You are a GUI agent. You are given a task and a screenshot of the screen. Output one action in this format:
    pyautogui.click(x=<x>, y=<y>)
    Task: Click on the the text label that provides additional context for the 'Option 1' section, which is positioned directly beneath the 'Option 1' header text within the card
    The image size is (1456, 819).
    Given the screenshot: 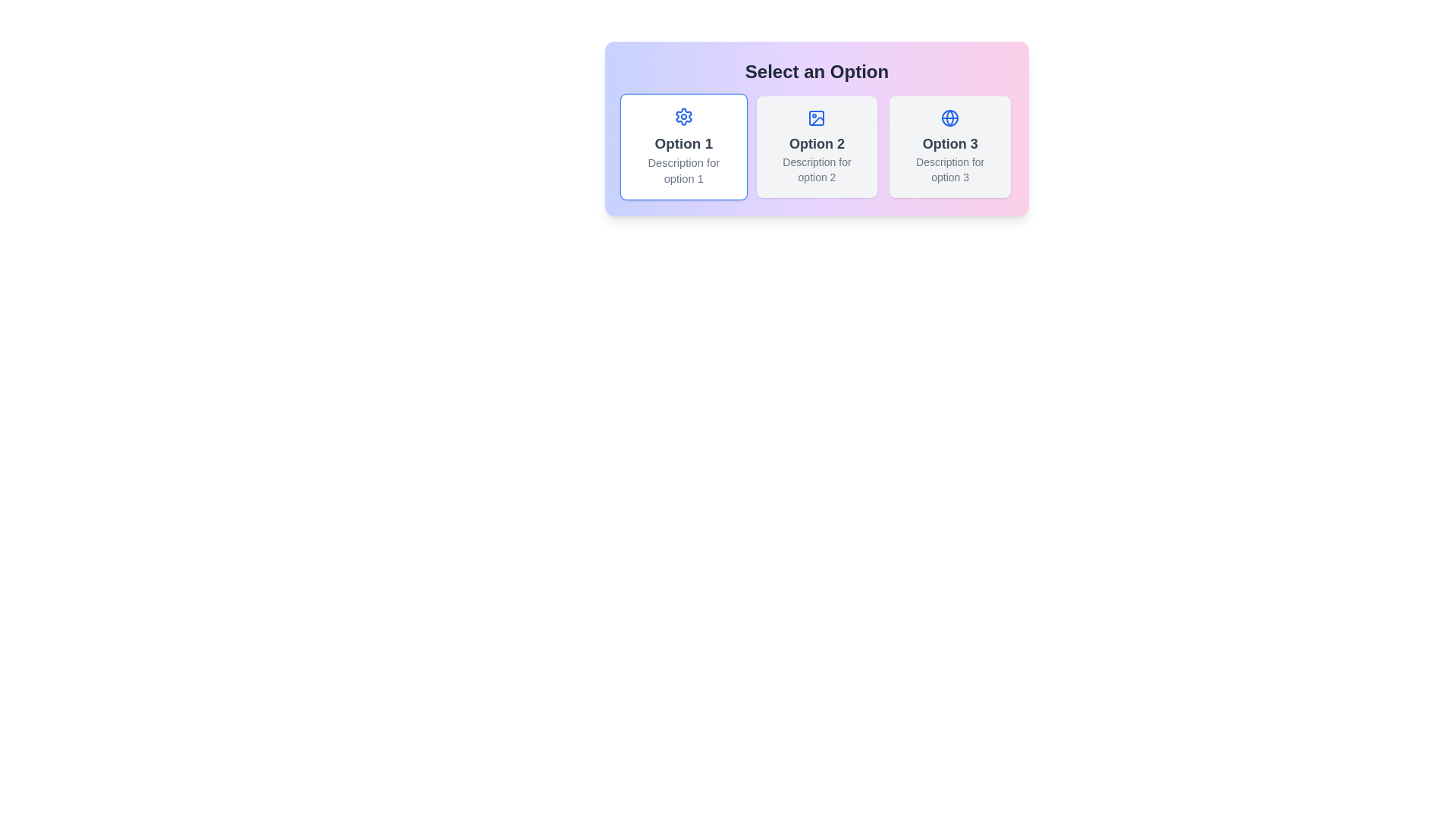 What is the action you would take?
    pyautogui.click(x=682, y=171)
    